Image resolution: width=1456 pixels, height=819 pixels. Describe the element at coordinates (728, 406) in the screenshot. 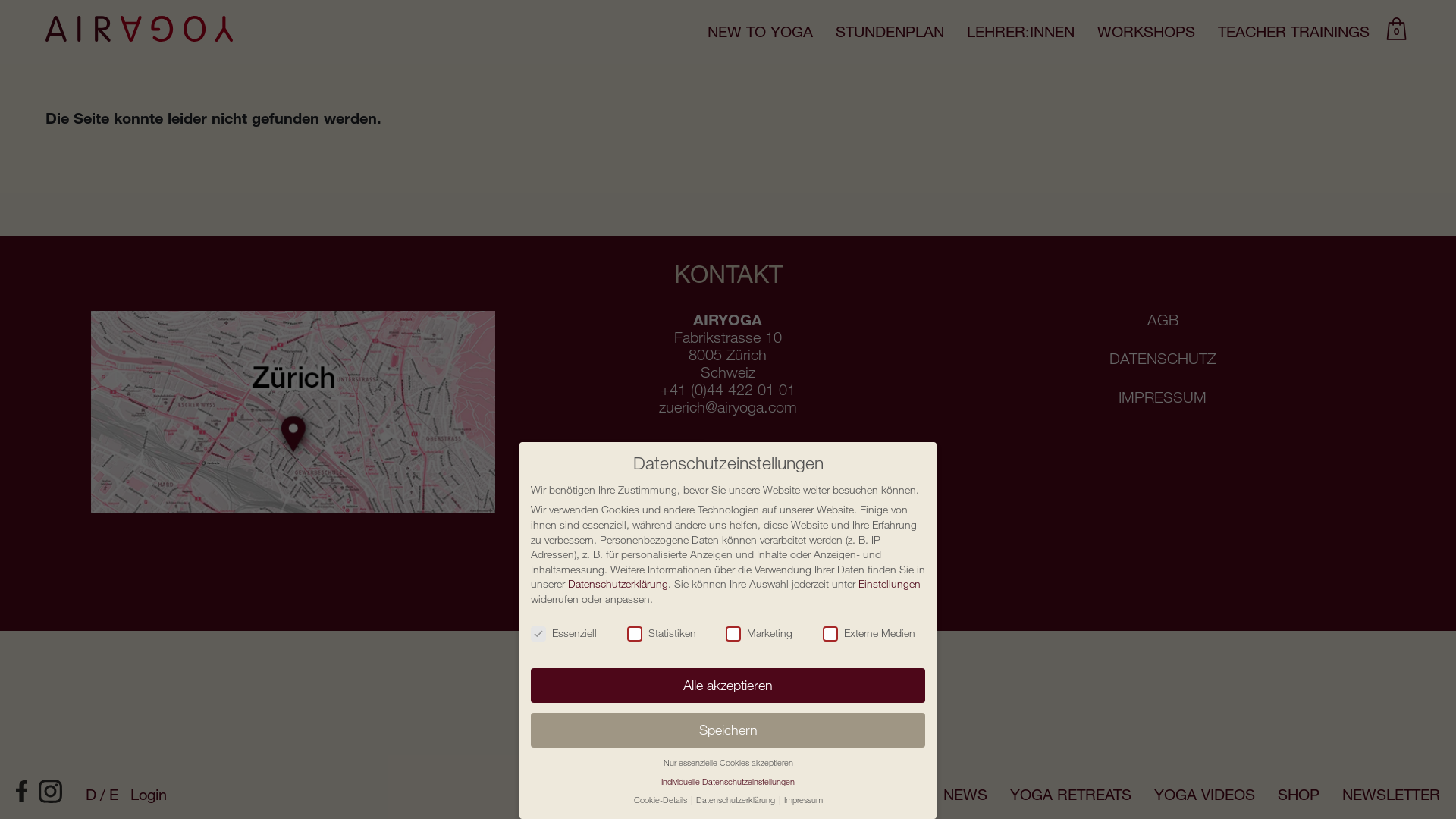

I see `'zuerich@airyoga.com'` at that location.